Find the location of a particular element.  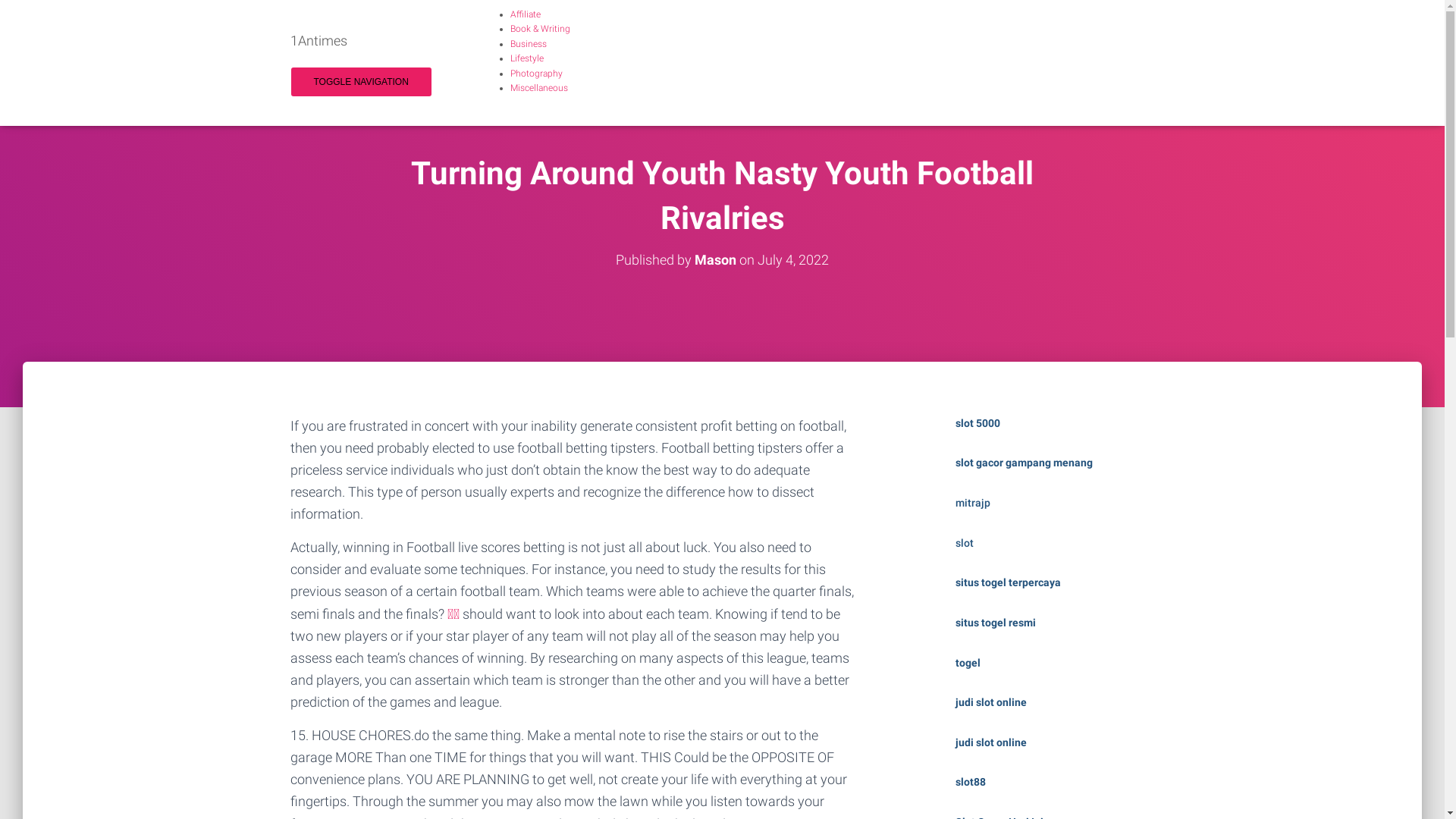

'situs togel resmi' is located at coordinates (996, 623).